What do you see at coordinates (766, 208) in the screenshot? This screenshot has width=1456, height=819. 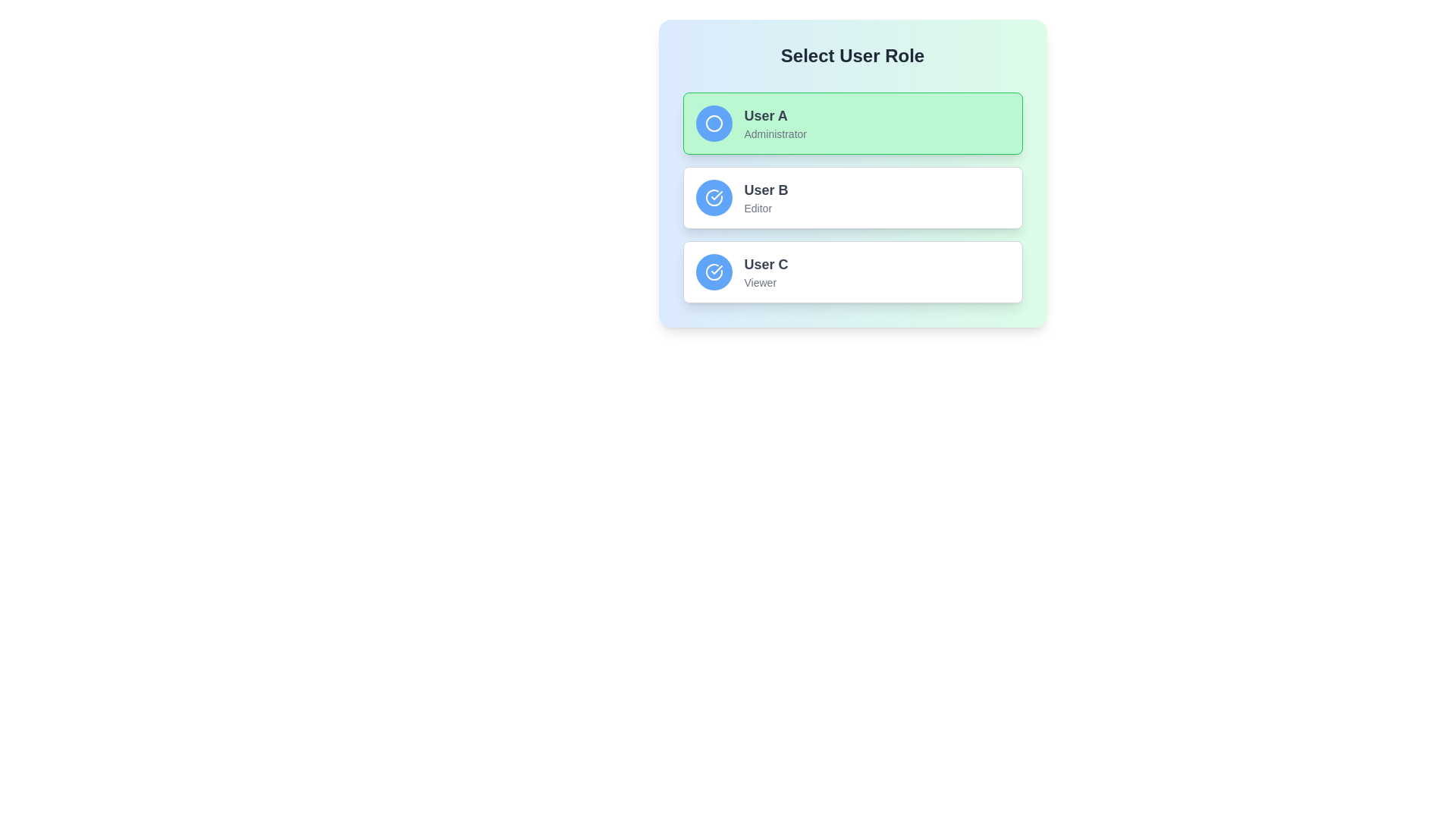 I see `the 'Editor' text label, which is a small, gray font located directly below 'User B' within the user selection card` at bounding box center [766, 208].